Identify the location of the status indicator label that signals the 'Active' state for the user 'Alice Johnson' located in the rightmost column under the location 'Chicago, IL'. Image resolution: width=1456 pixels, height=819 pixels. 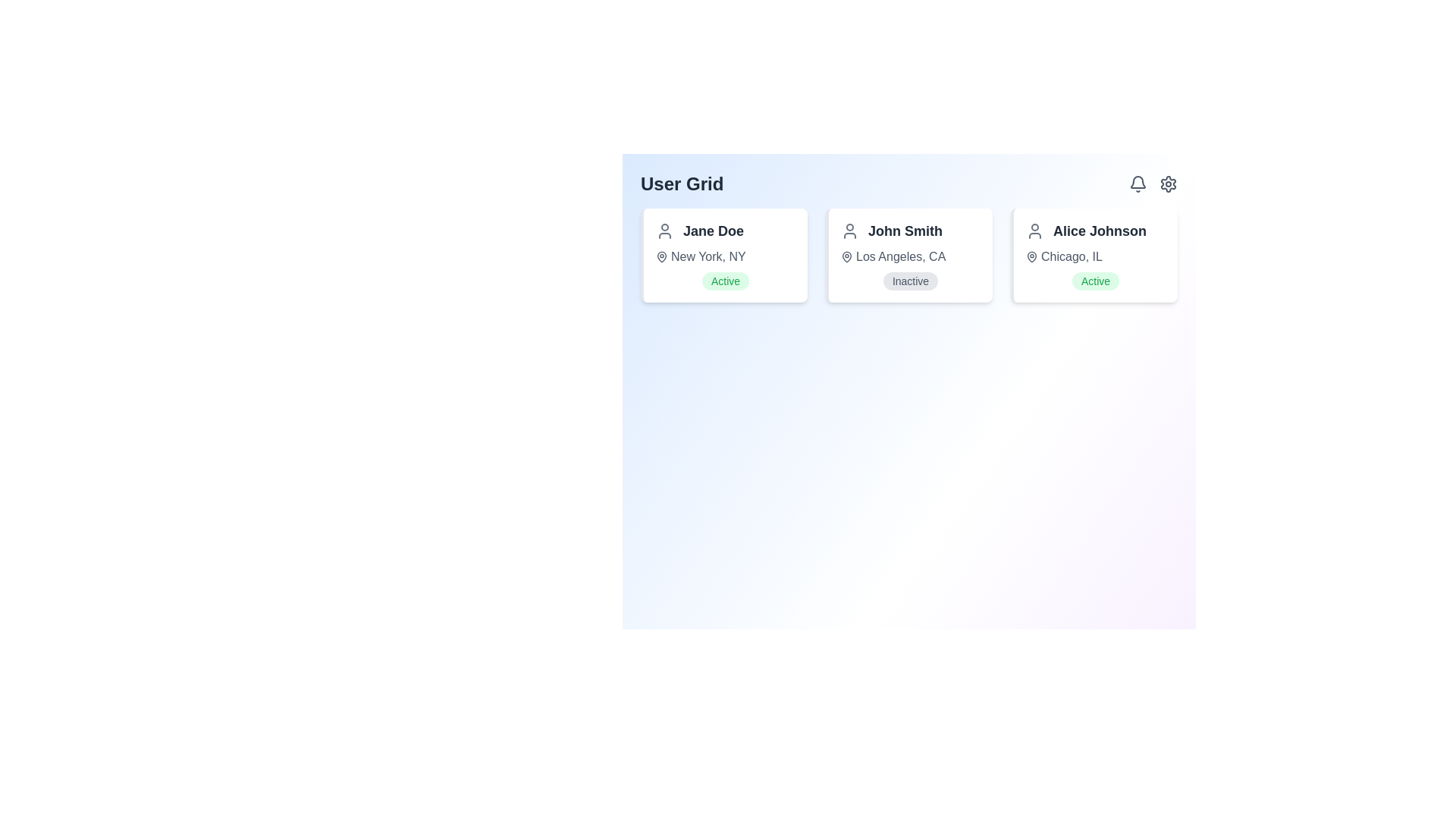
(1095, 281).